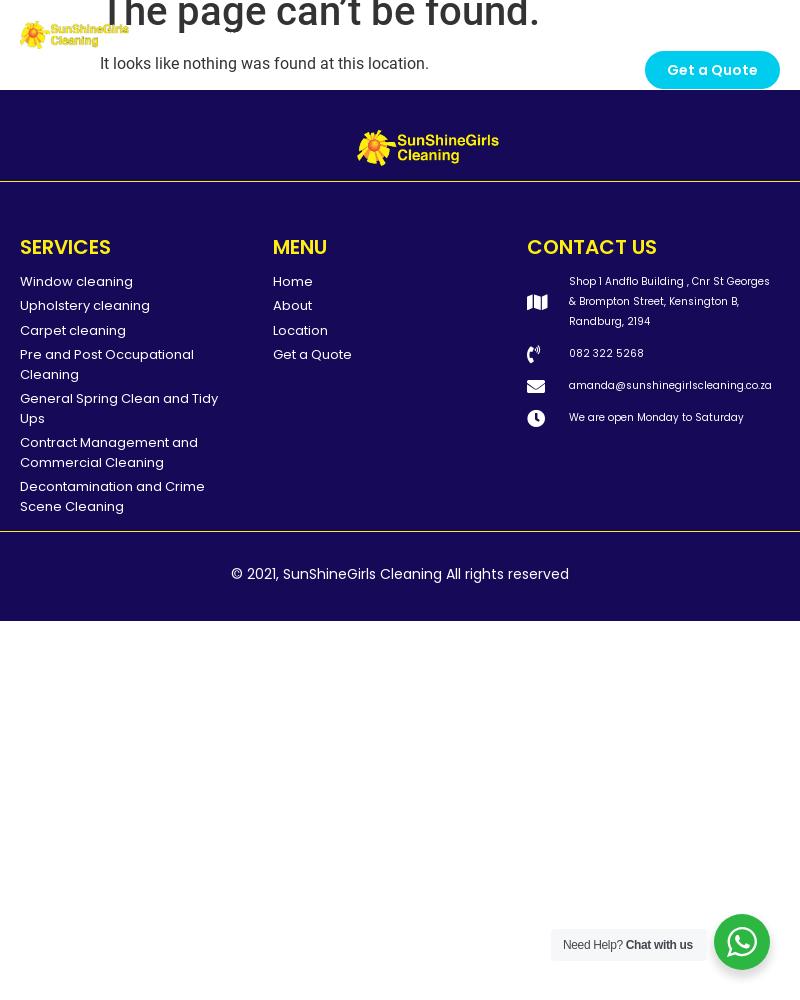 The width and height of the screenshot is (800, 1000). I want to click on 'We are open Monday to Saturday', so click(655, 416).